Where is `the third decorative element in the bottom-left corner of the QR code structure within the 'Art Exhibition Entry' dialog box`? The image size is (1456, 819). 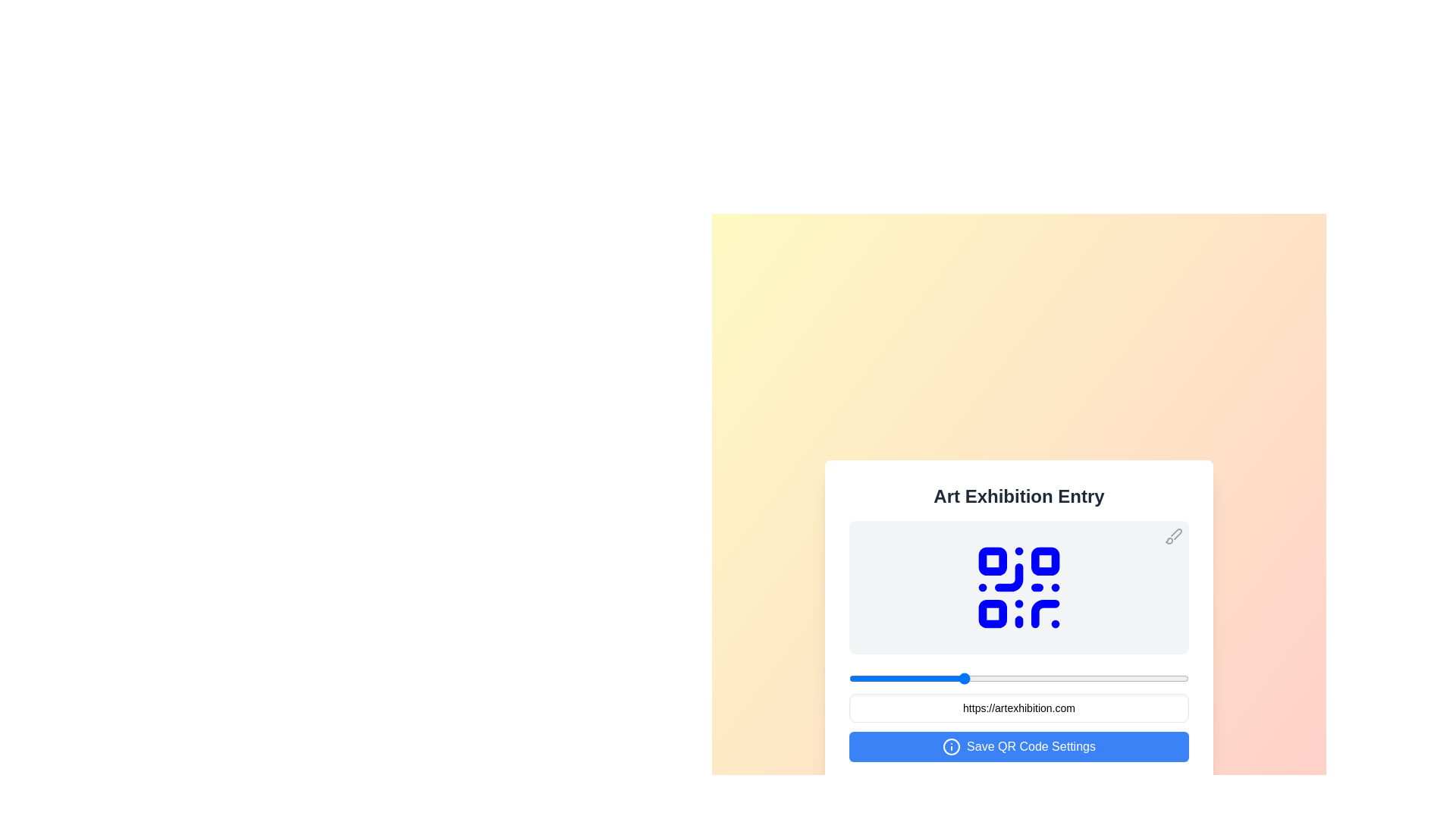 the third decorative element in the bottom-left corner of the QR code structure within the 'Art Exhibition Entry' dialog box is located at coordinates (993, 613).